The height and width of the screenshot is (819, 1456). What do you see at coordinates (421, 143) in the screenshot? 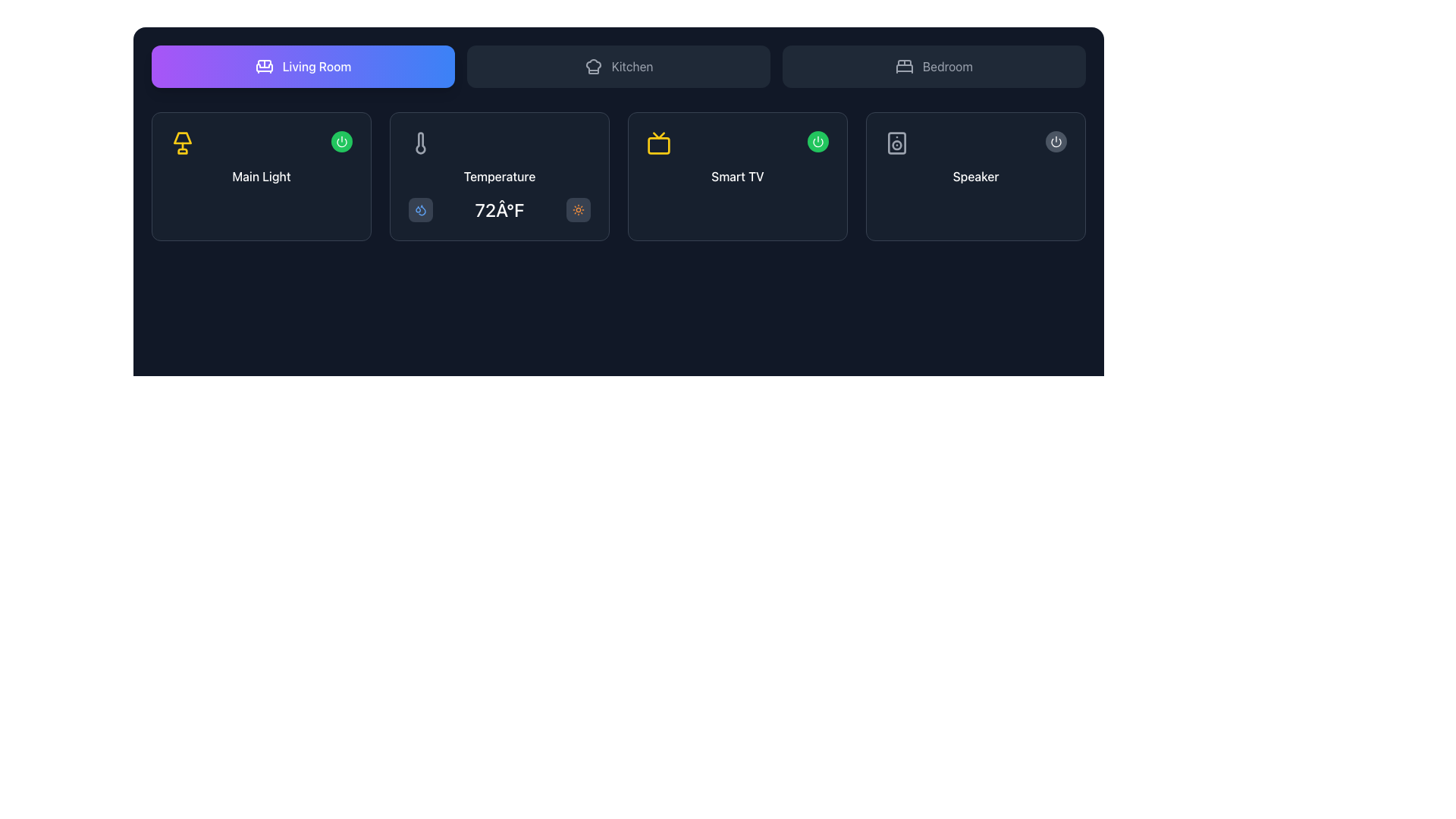
I see `the temperature icon located at the top-left section of the 'Temperature' card, which visually represents temperature-related information` at bounding box center [421, 143].